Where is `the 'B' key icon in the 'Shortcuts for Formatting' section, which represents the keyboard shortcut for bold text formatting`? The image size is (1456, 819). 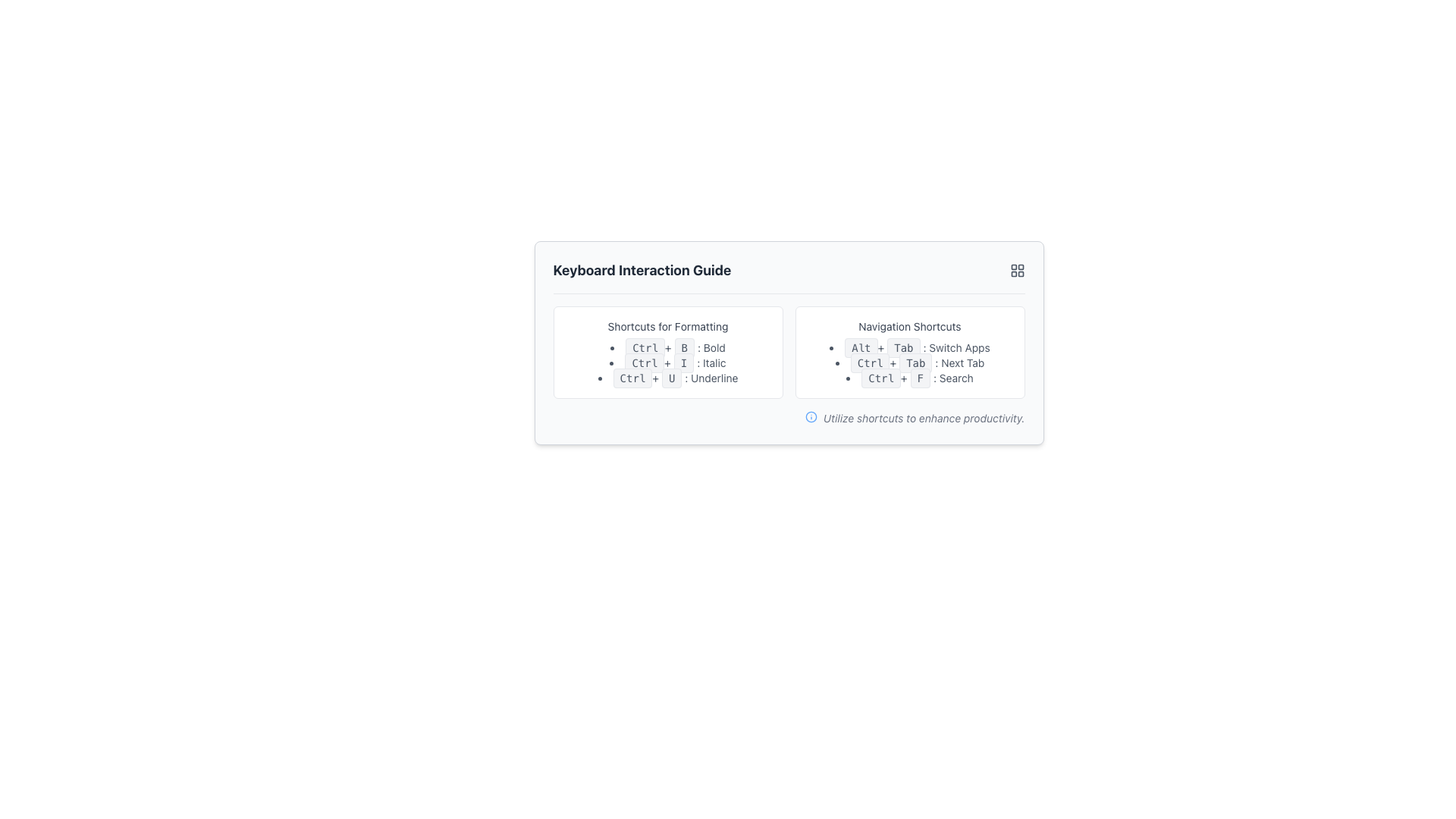
the 'B' key icon in the 'Shortcuts for Formatting' section, which represents the keyboard shortcut for bold text formatting is located at coordinates (683, 348).